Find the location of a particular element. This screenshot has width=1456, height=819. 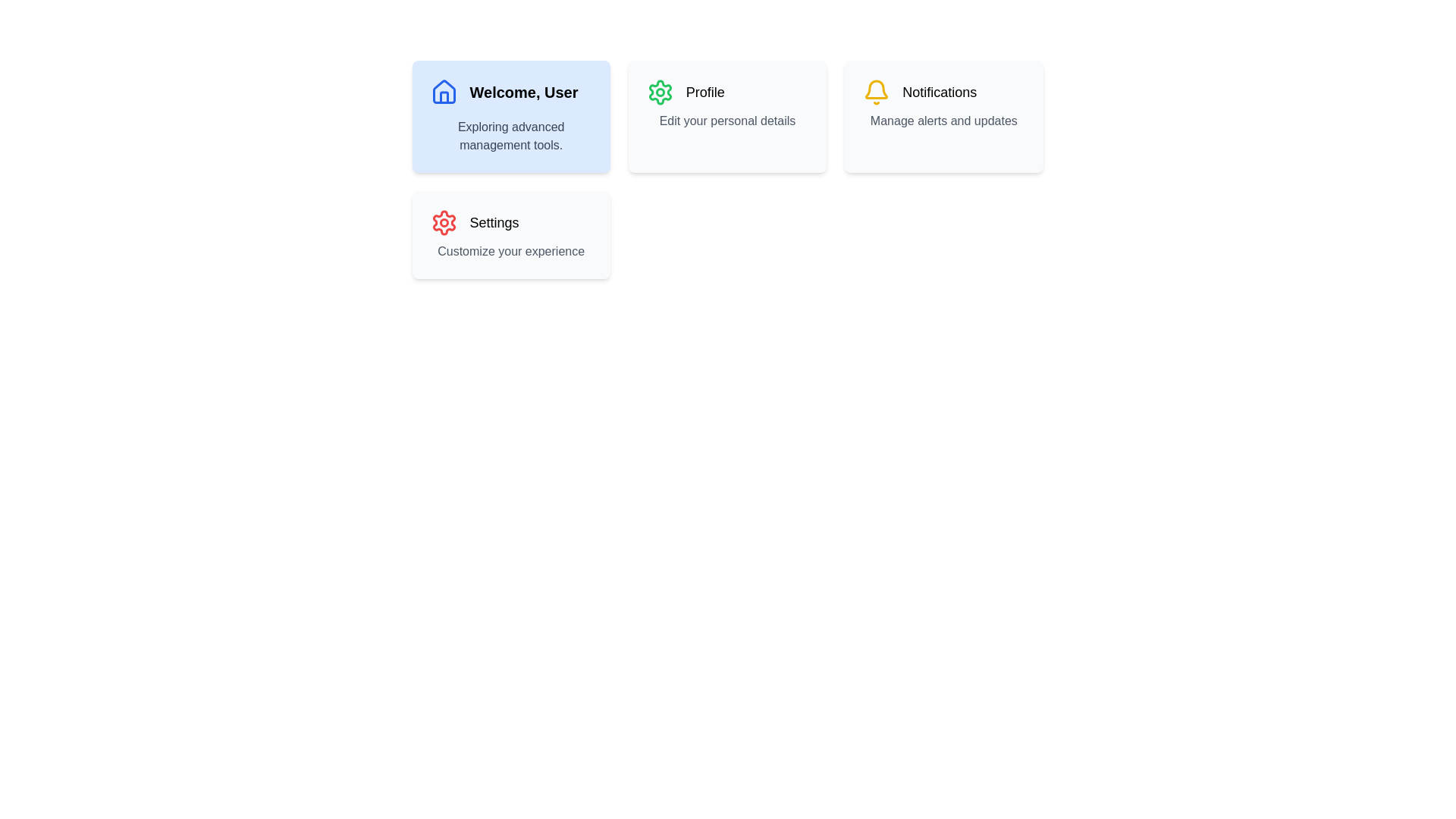

the 'Notifications' text label, which is styled with medium font weight and located to the right of a yellow notification bell icon in the top-right quadrant of the layout is located at coordinates (939, 93).